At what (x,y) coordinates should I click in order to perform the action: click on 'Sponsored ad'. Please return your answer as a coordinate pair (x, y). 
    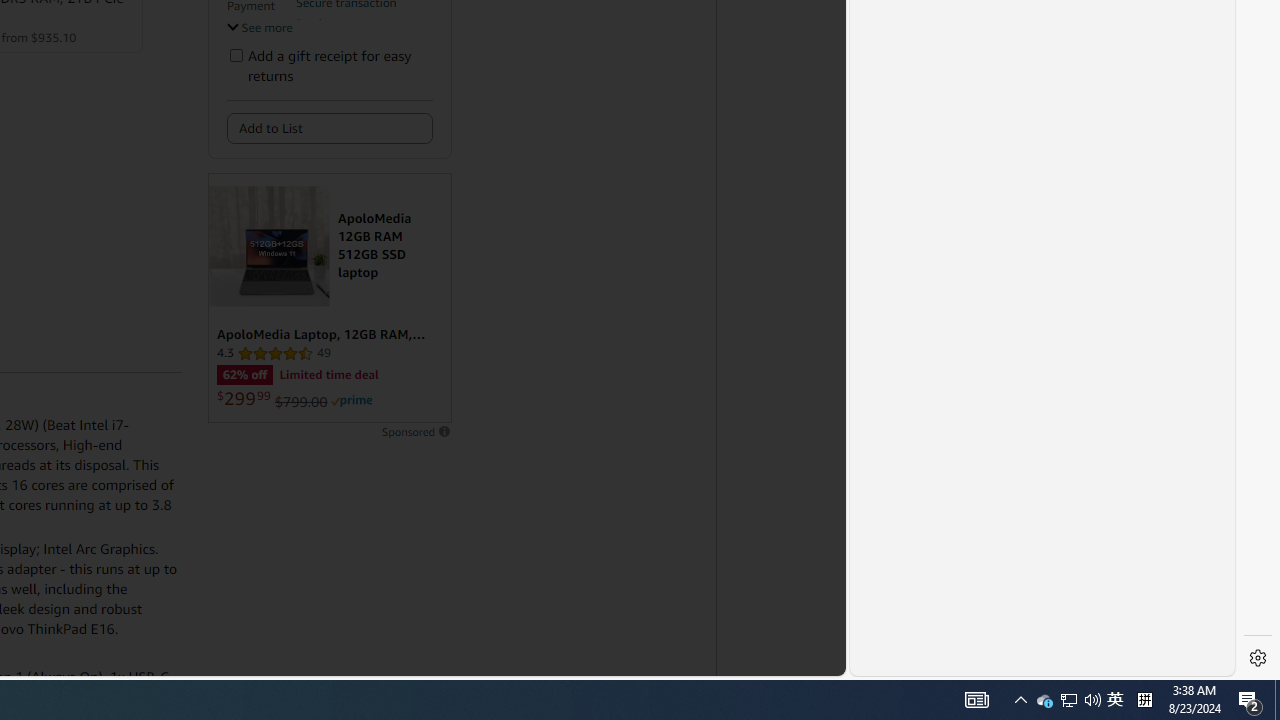
    Looking at the image, I should click on (329, 298).